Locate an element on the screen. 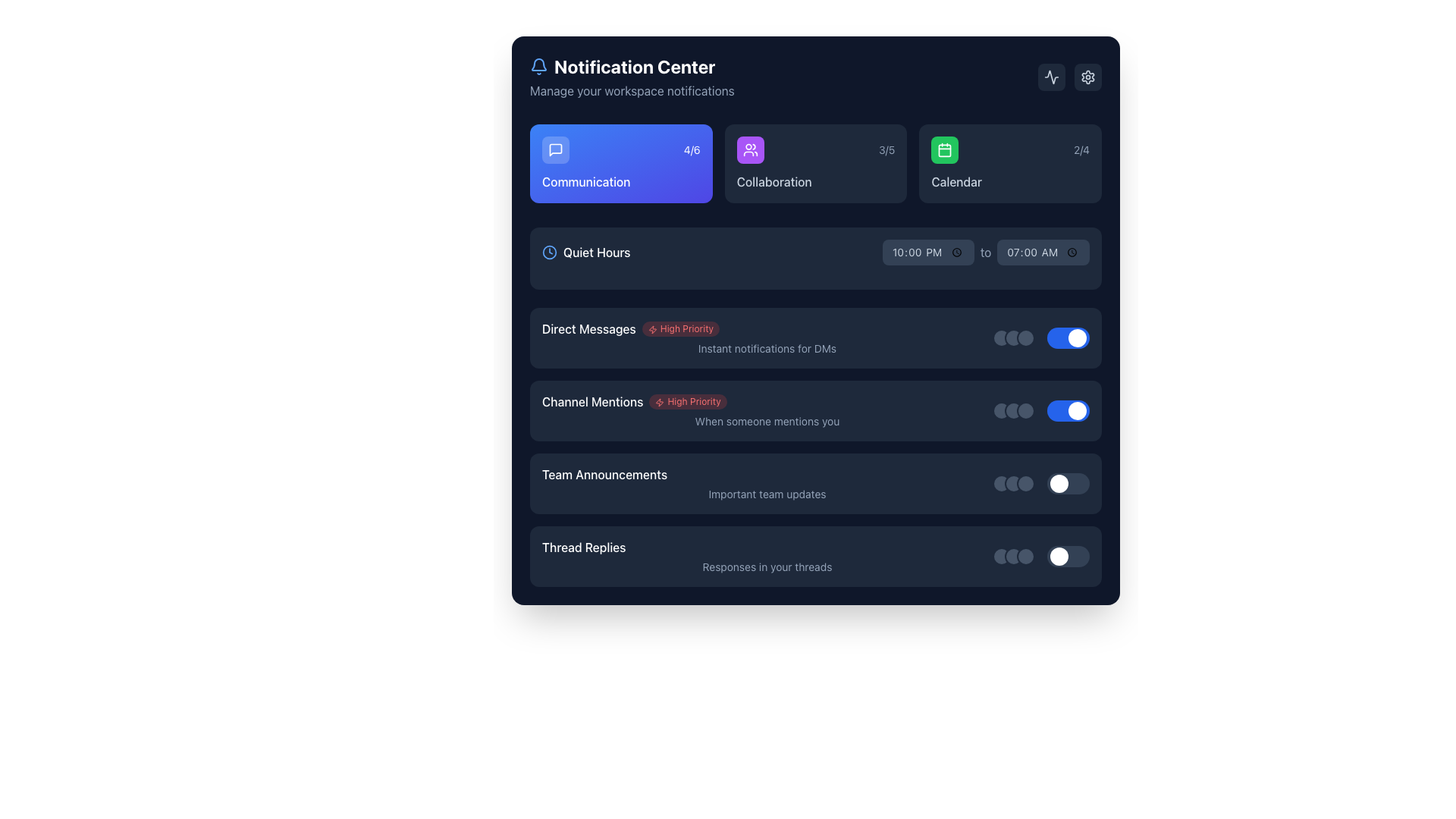  the 'Calendar' button located in the top-right section of the grid is located at coordinates (1010, 164).